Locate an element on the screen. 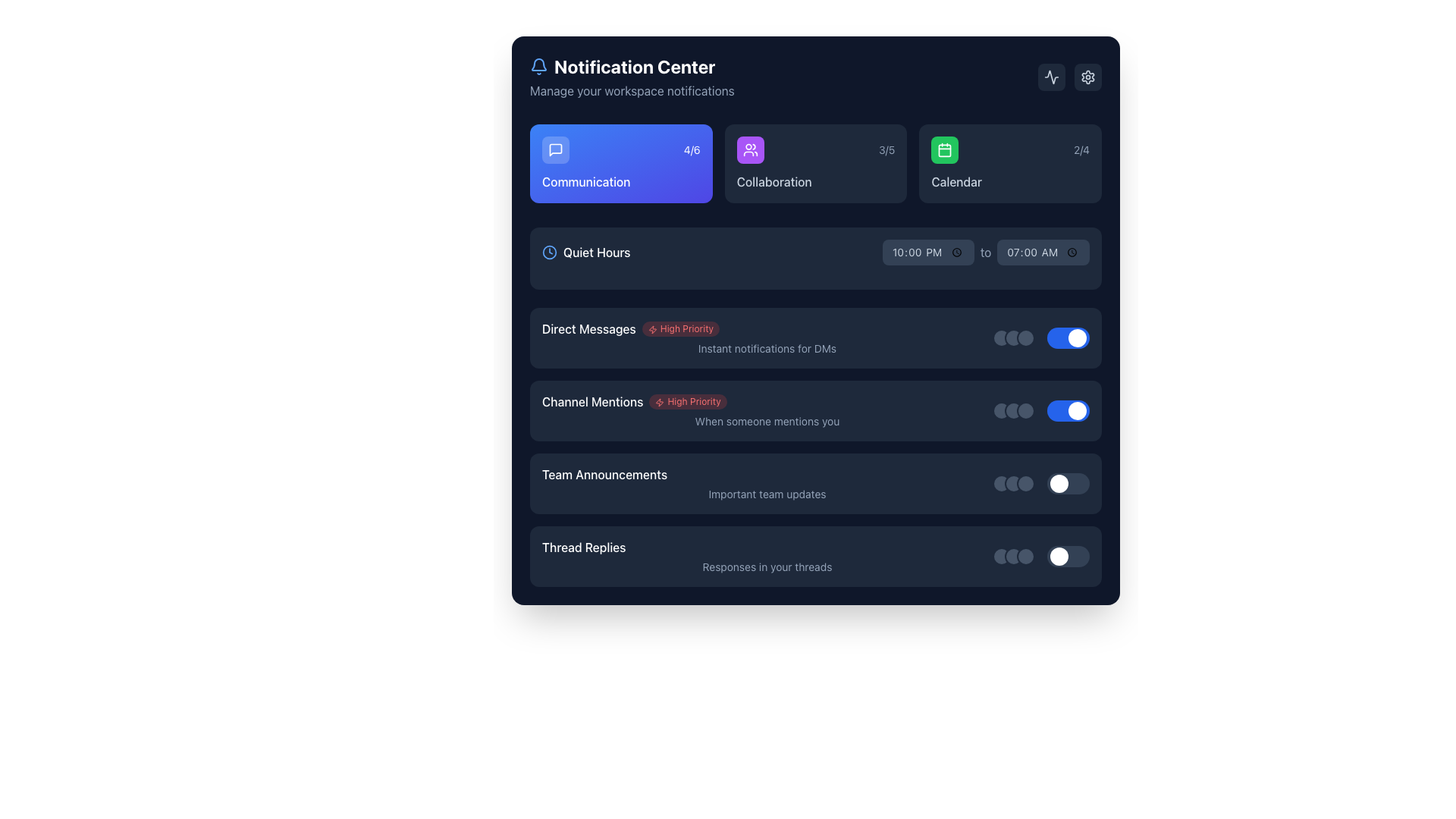  the 'Calendar' button located in the top-right section of the grid is located at coordinates (1010, 164).